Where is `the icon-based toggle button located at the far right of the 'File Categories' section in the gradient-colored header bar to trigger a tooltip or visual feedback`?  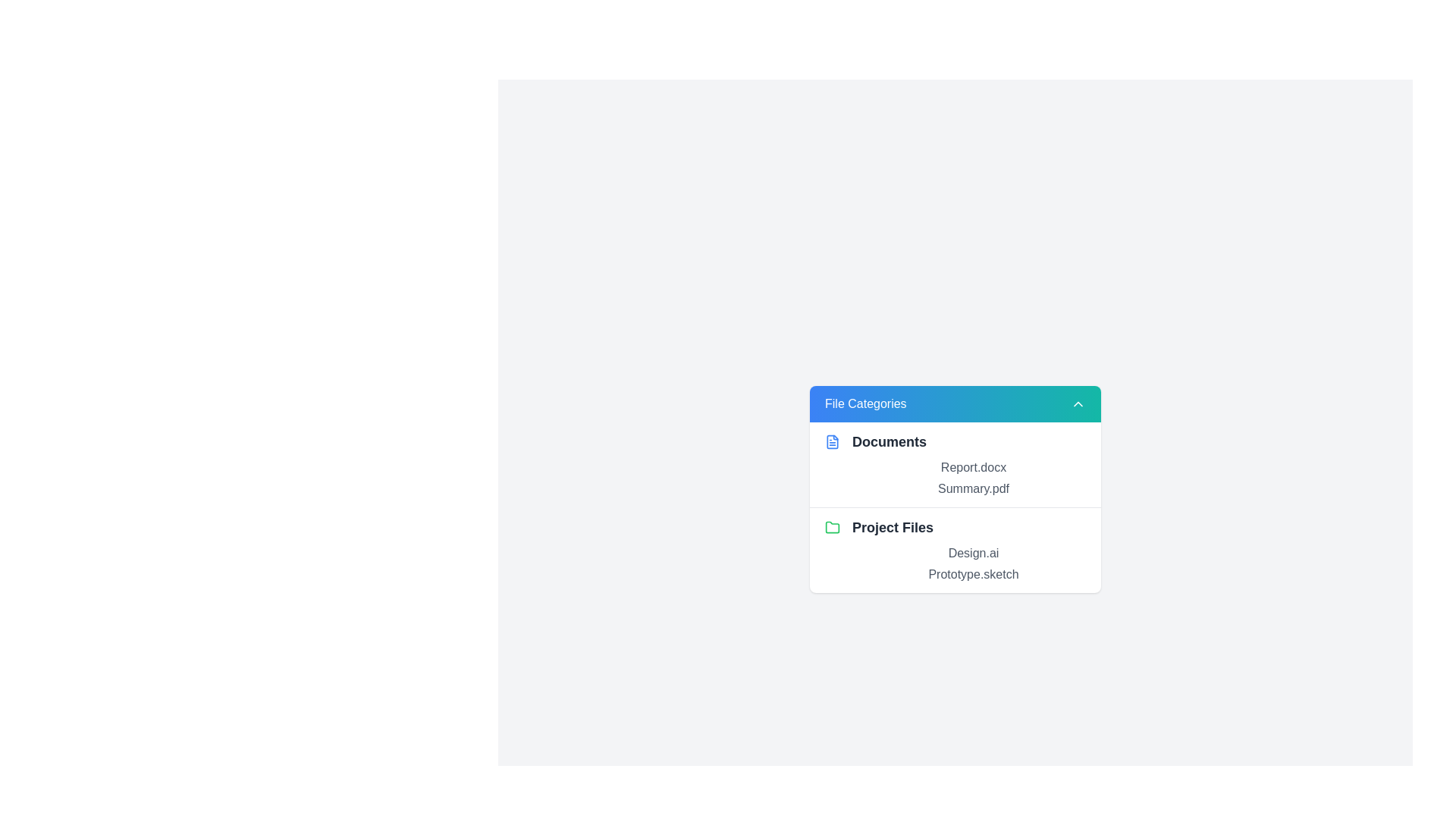
the icon-based toggle button located at the far right of the 'File Categories' section in the gradient-colored header bar to trigger a tooltip or visual feedback is located at coordinates (1077, 403).